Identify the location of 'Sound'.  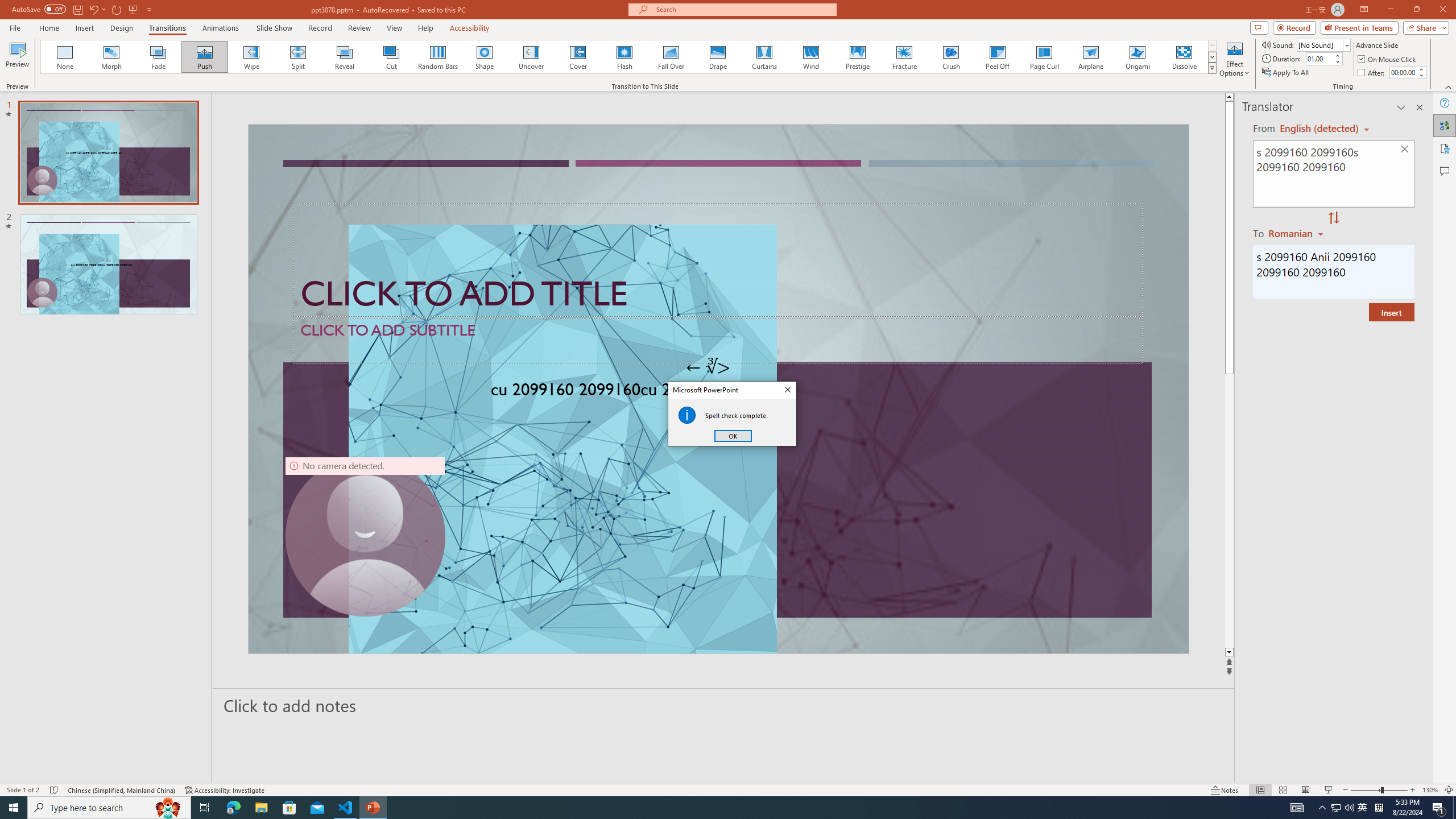
(1323, 44).